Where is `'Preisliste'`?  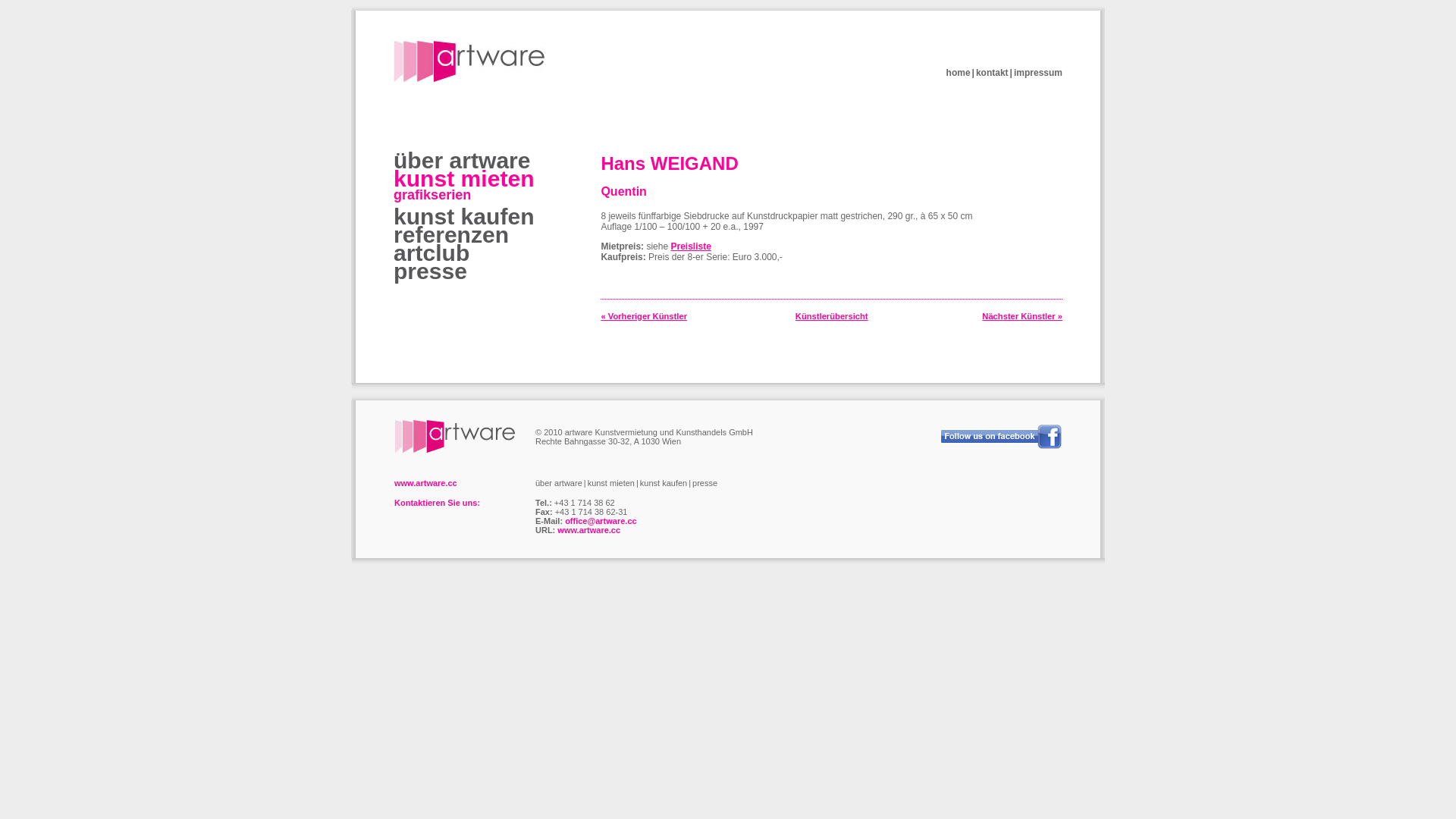
'Preisliste' is located at coordinates (689, 245).